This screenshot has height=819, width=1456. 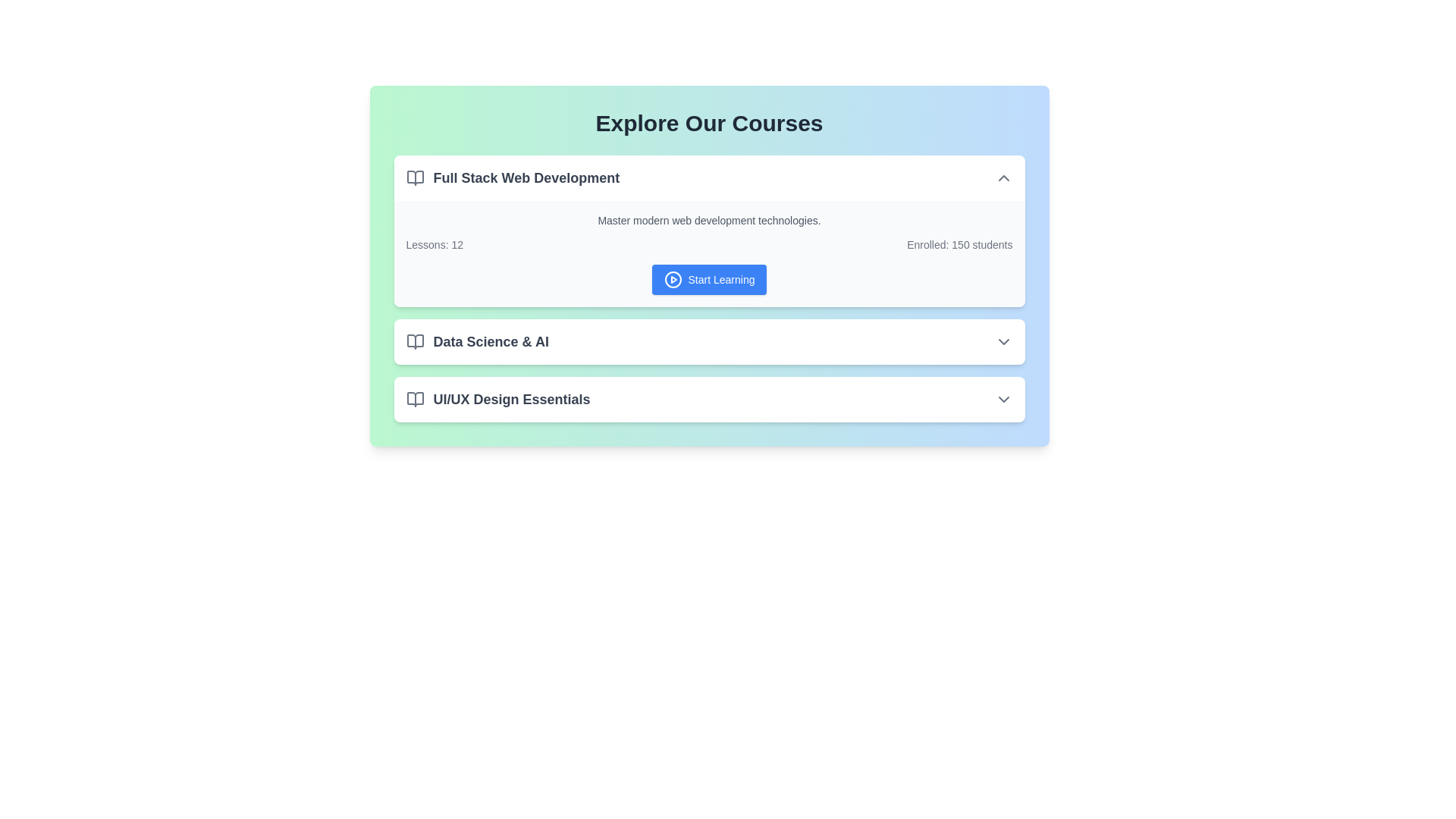 I want to click on the icon representing the 'Full Stack Web Development' section, located to the left of the section title, so click(x=415, y=177).